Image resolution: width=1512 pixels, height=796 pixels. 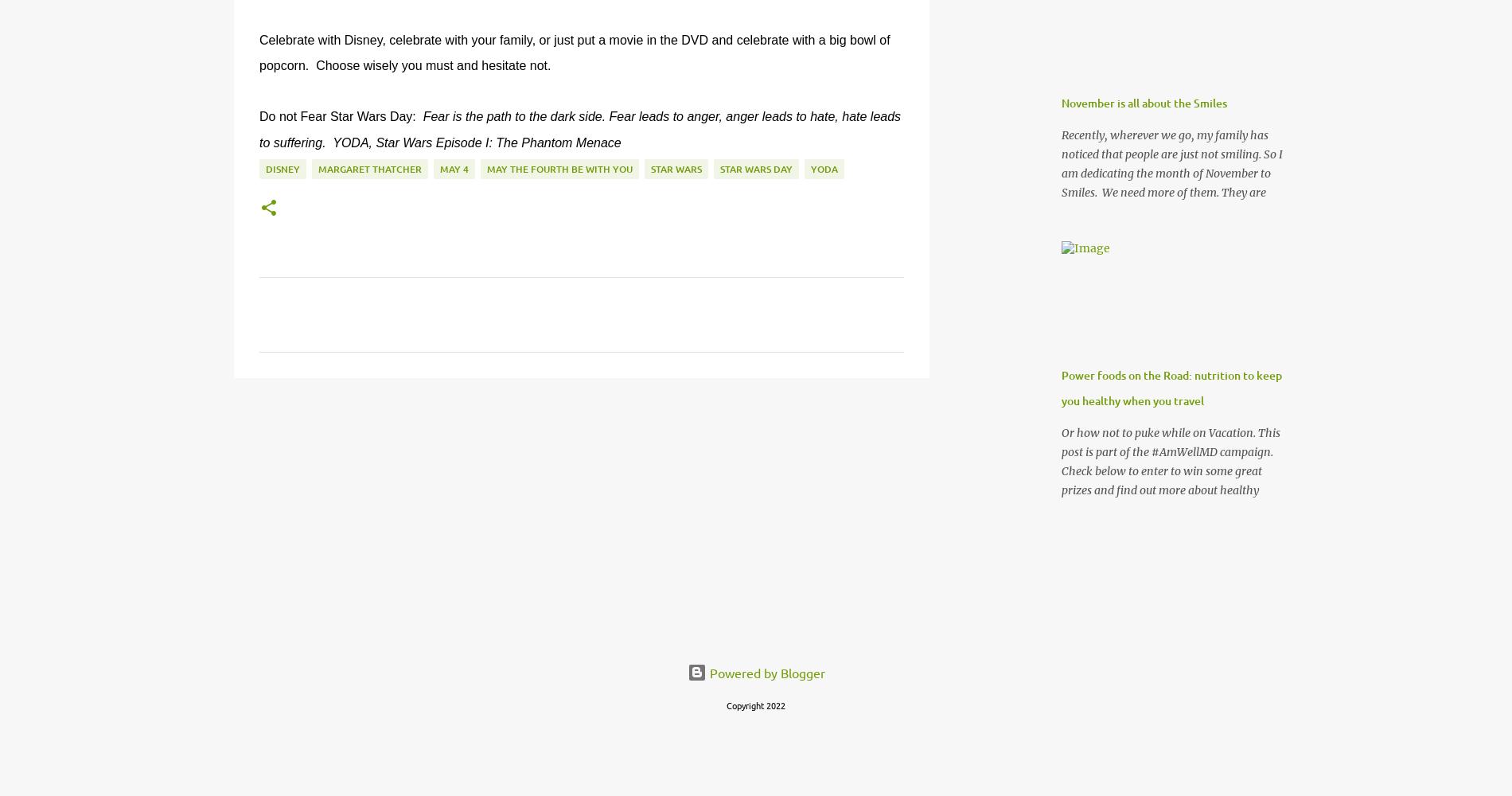 I want to click on 'Star Wars Day', so click(x=756, y=168).